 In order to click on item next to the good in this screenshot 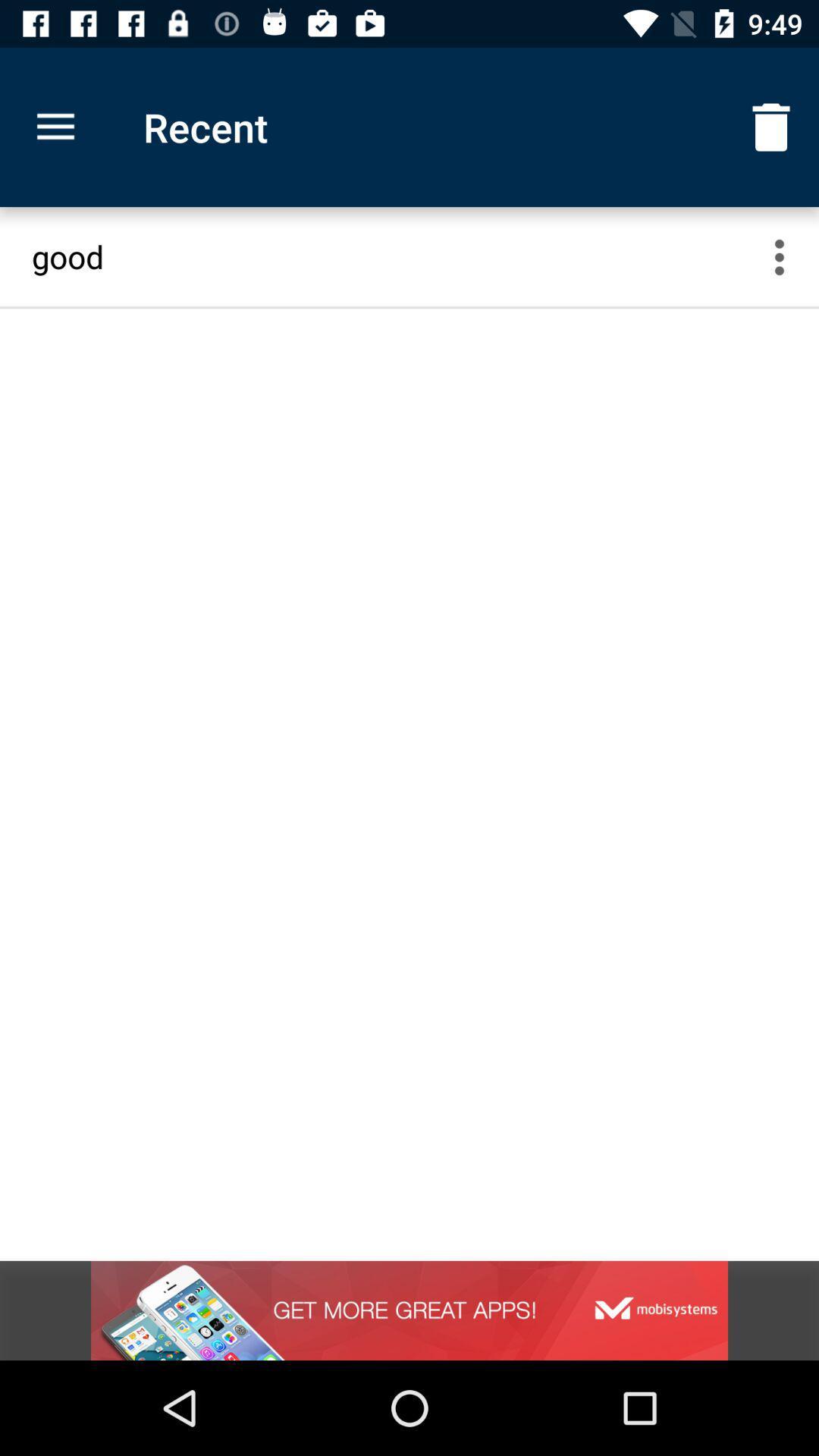, I will do `click(788, 256)`.